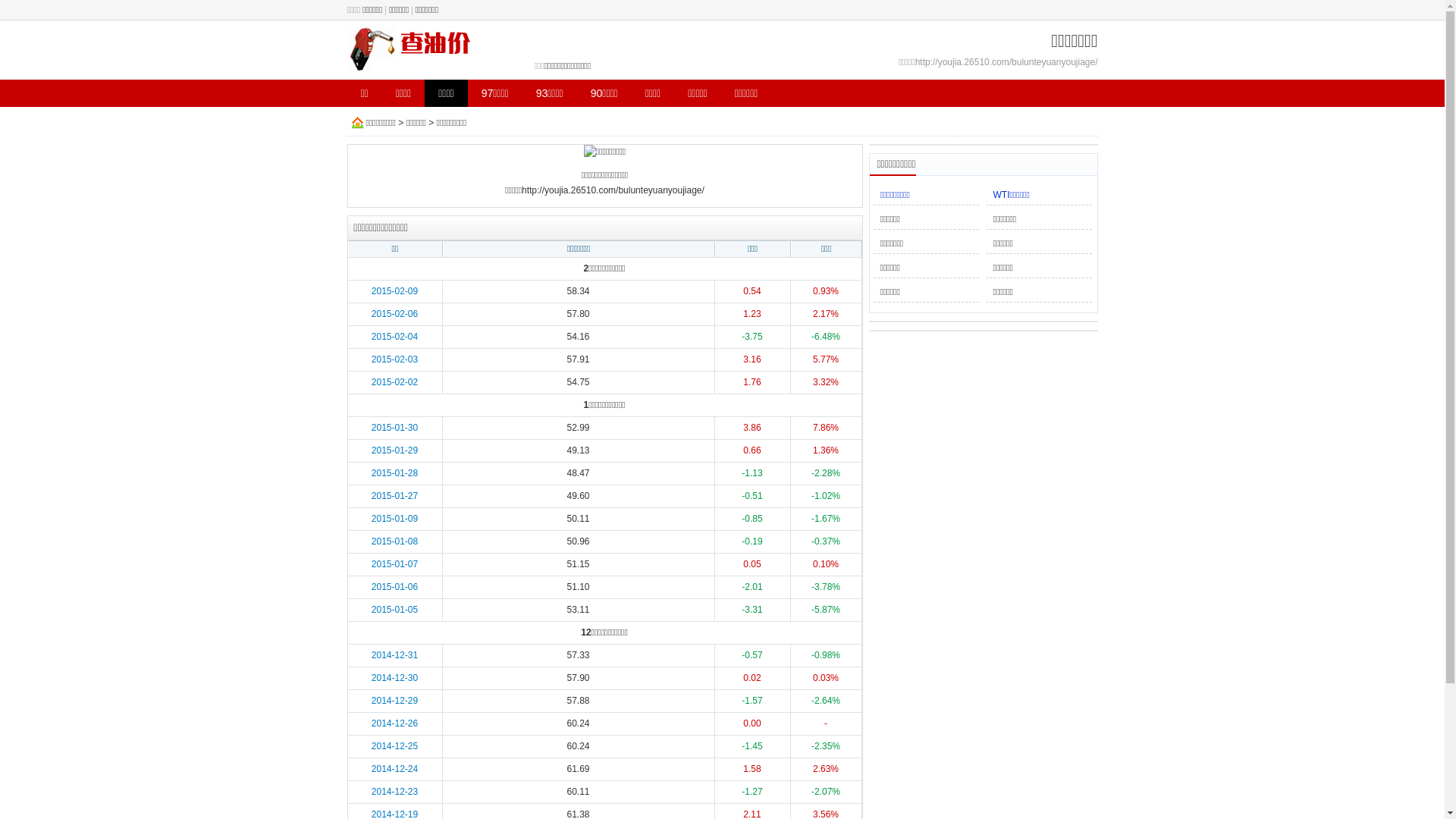  Describe the element at coordinates (394, 586) in the screenshot. I see `'2015-01-06'` at that location.